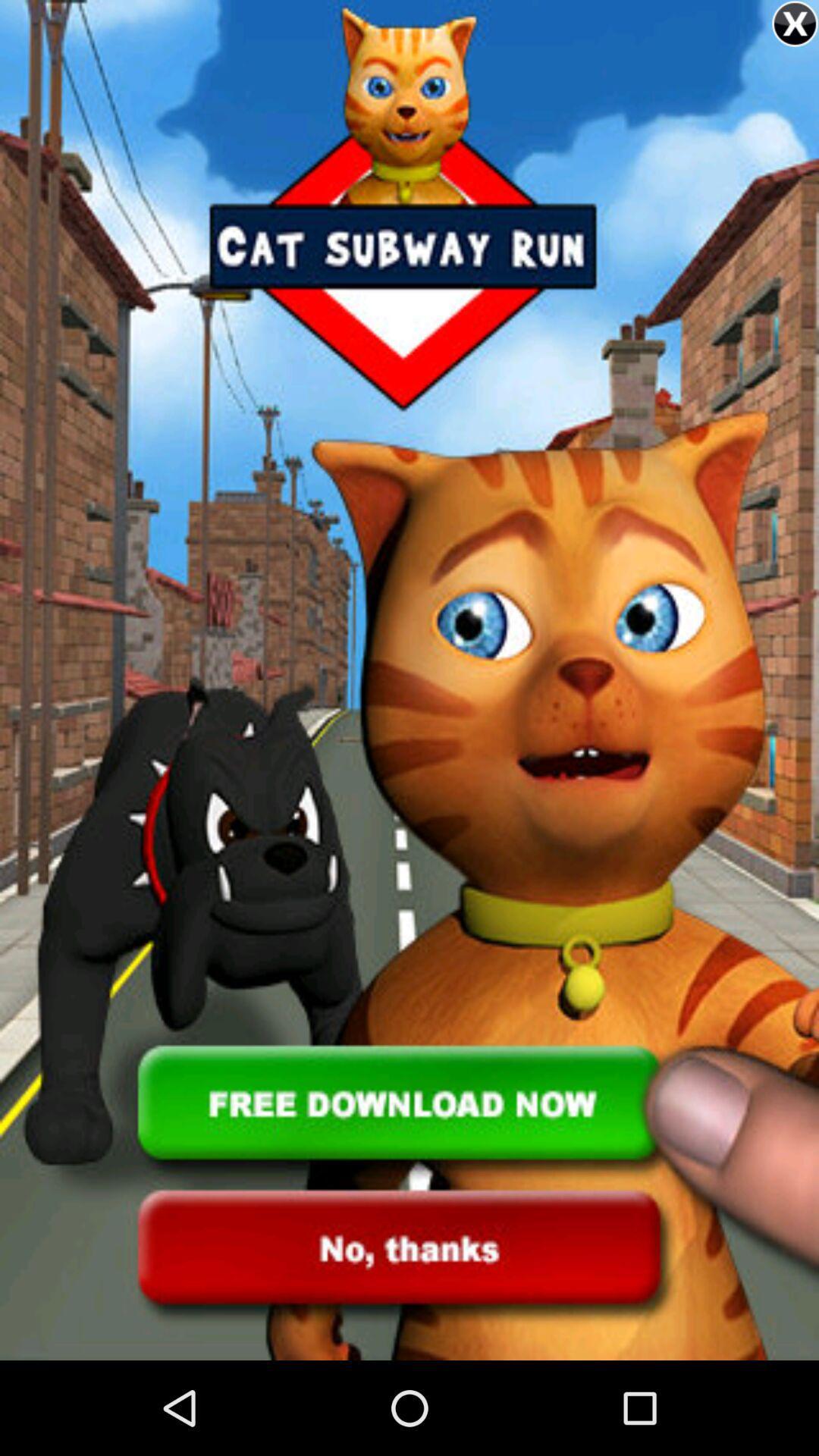 Image resolution: width=819 pixels, height=1456 pixels. What do you see at coordinates (794, 24) in the screenshot?
I see `button` at bounding box center [794, 24].